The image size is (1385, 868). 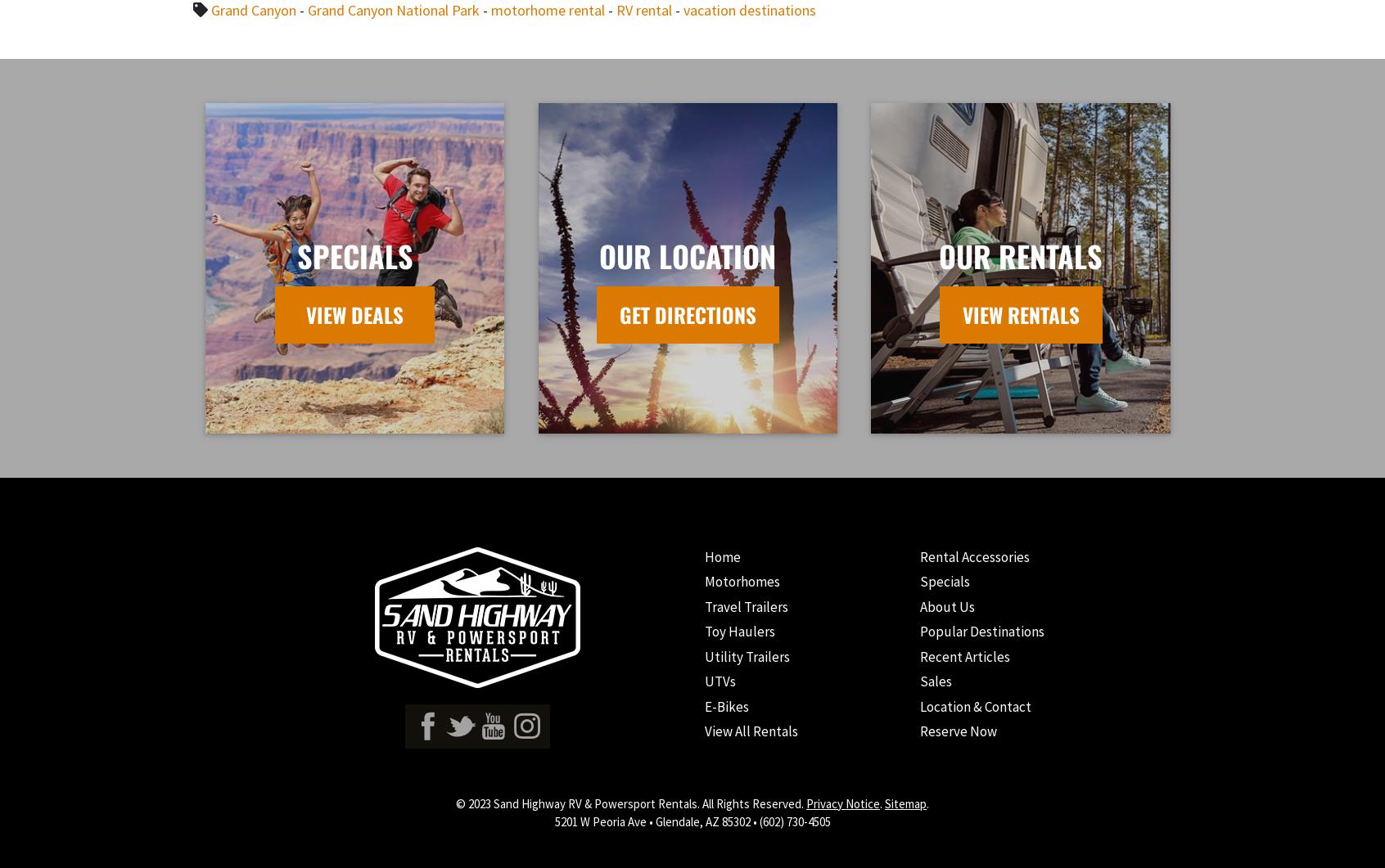 What do you see at coordinates (704, 581) in the screenshot?
I see `'Motorhomes'` at bounding box center [704, 581].